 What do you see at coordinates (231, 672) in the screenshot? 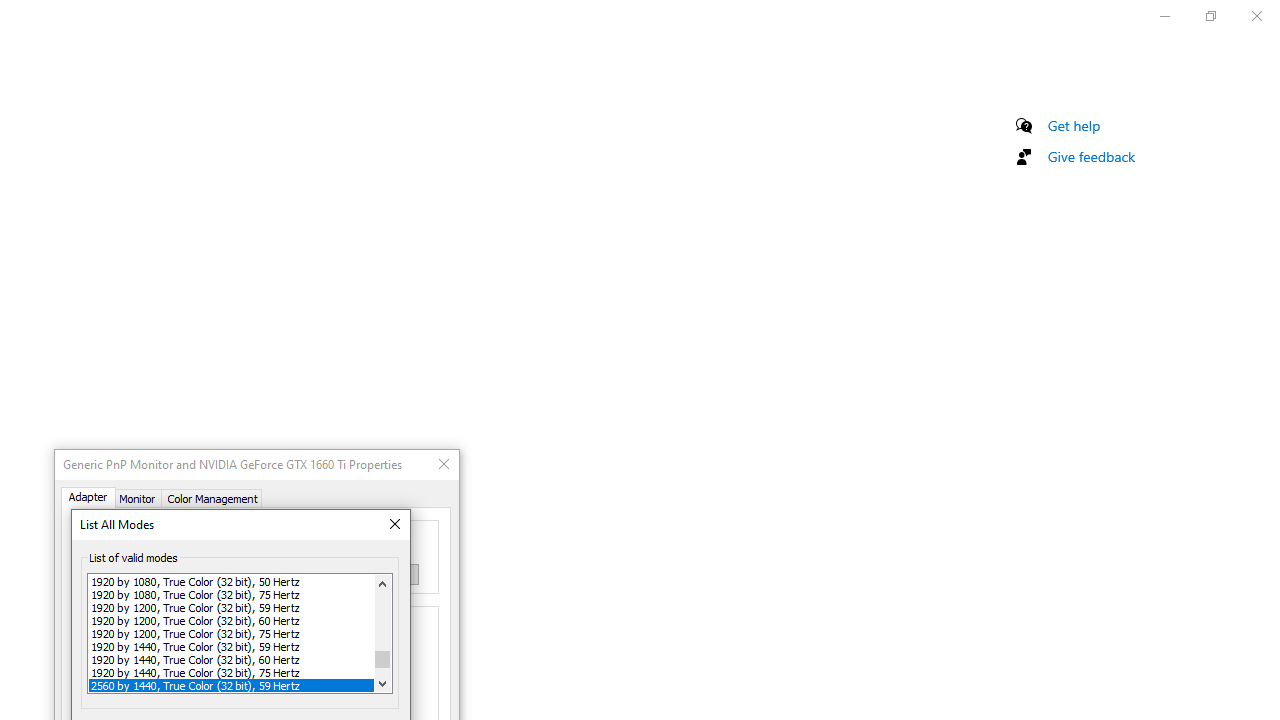
I see `'1920 by 1440, True Color (32 bit), 75 Hertz'` at bounding box center [231, 672].